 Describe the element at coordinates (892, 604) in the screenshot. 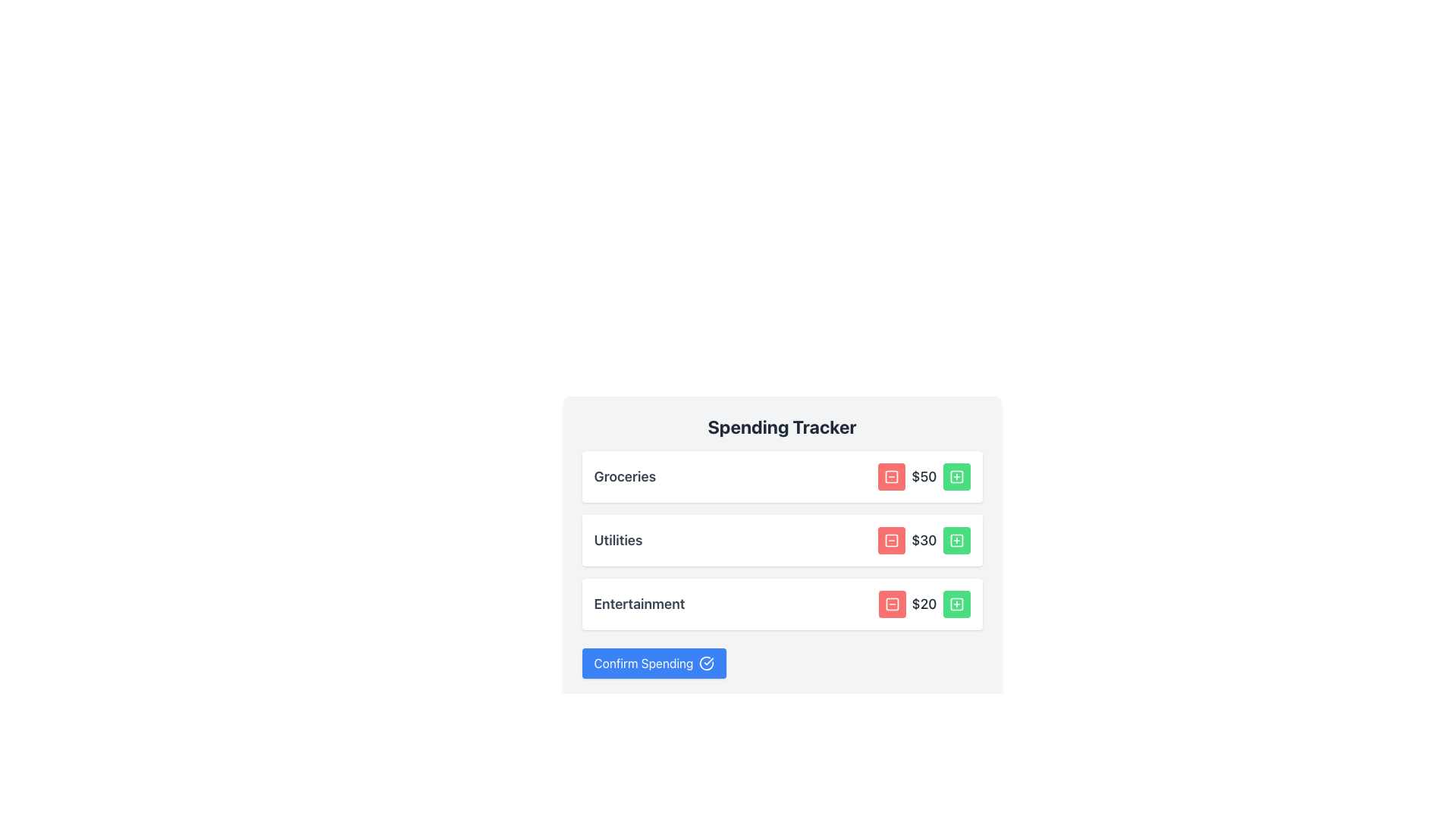

I see `the decrement button located to the immediate left of the '$20' text` at that location.